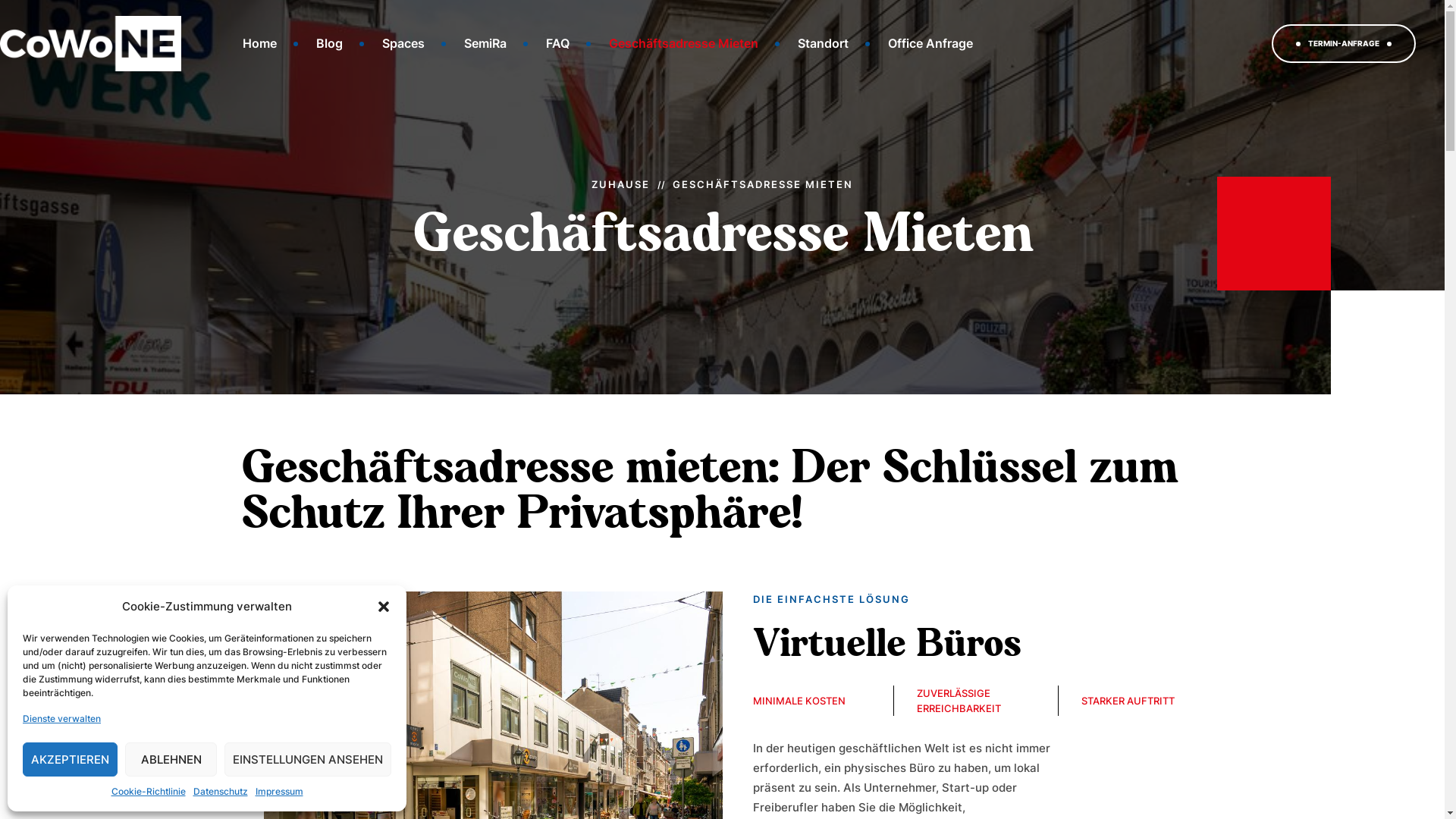  Describe the element at coordinates (1343, 42) in the screenshot. I see `'TERMIN-ANFRAGE'` at that location.